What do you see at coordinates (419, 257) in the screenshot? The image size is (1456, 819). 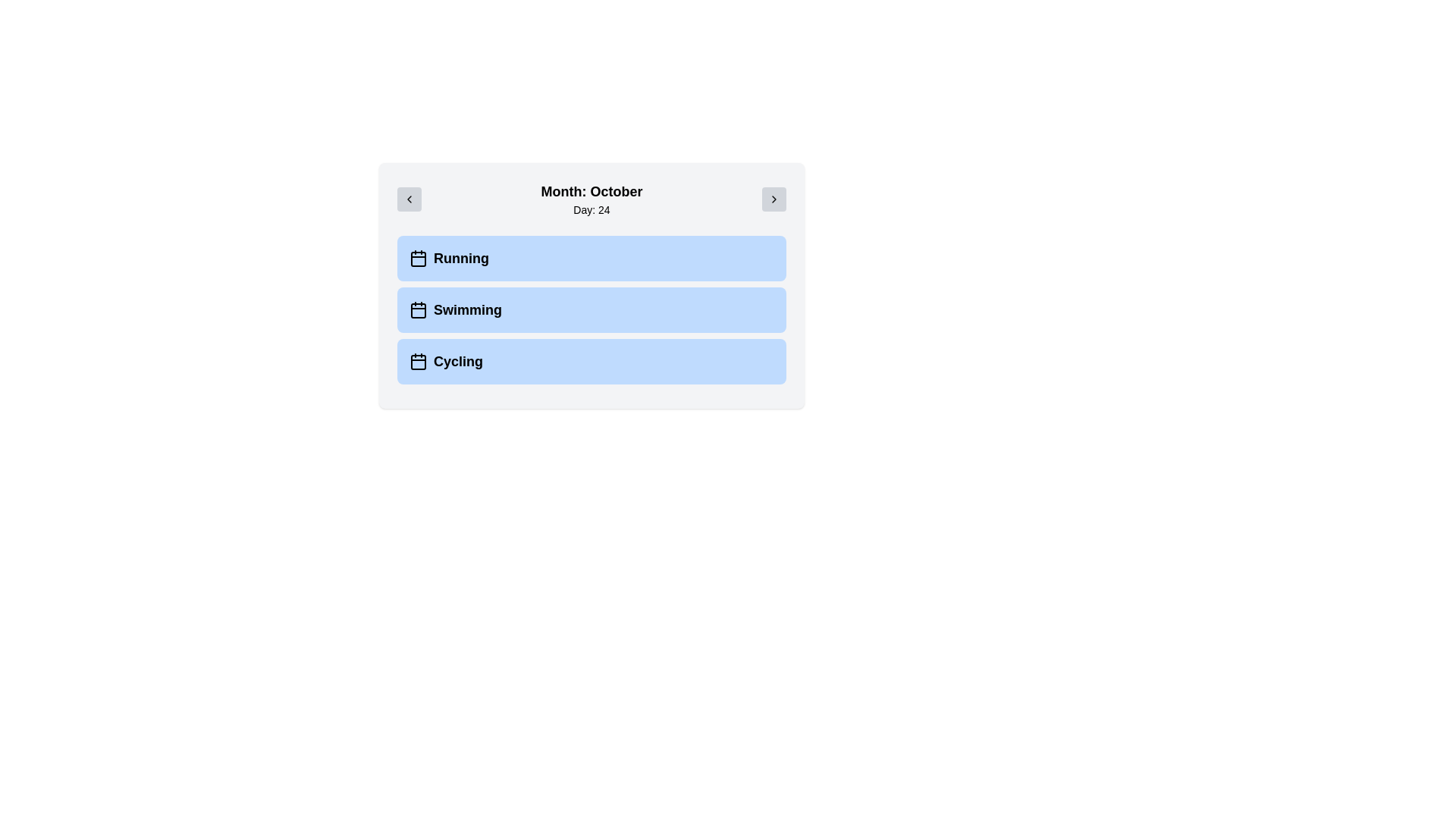 I see `the calendar icon representing the schedule related to the 'Running' activity, located to the left of the text 'Running' in the first row of the vertically stacked list` at bounding box center [419, 257].